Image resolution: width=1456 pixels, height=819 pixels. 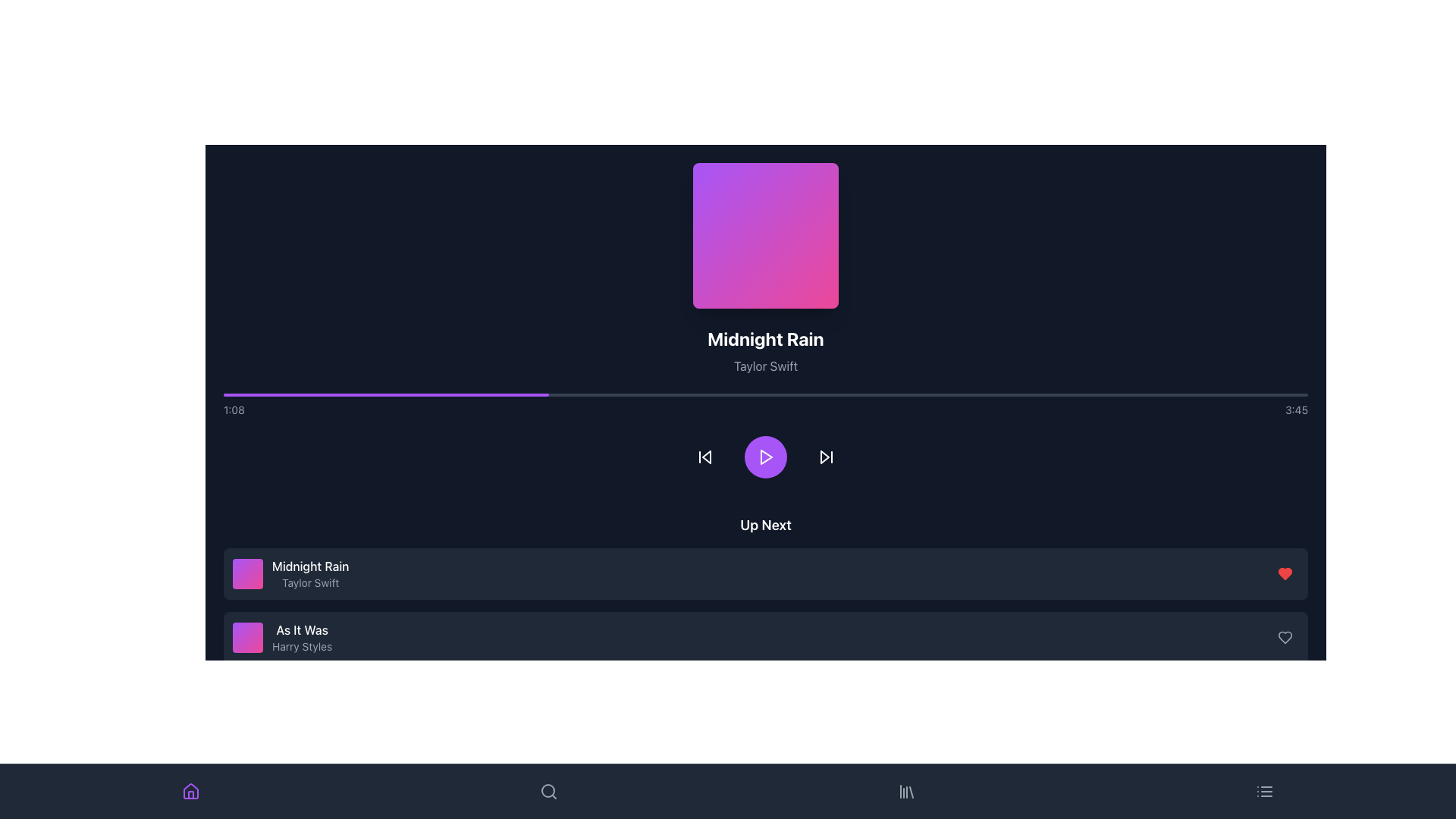 I want to click on the static text label reading 'Harry Styles', which is located below 'As It Was' in the 'Up Next' section of the song list, so click(x=302, y=646).